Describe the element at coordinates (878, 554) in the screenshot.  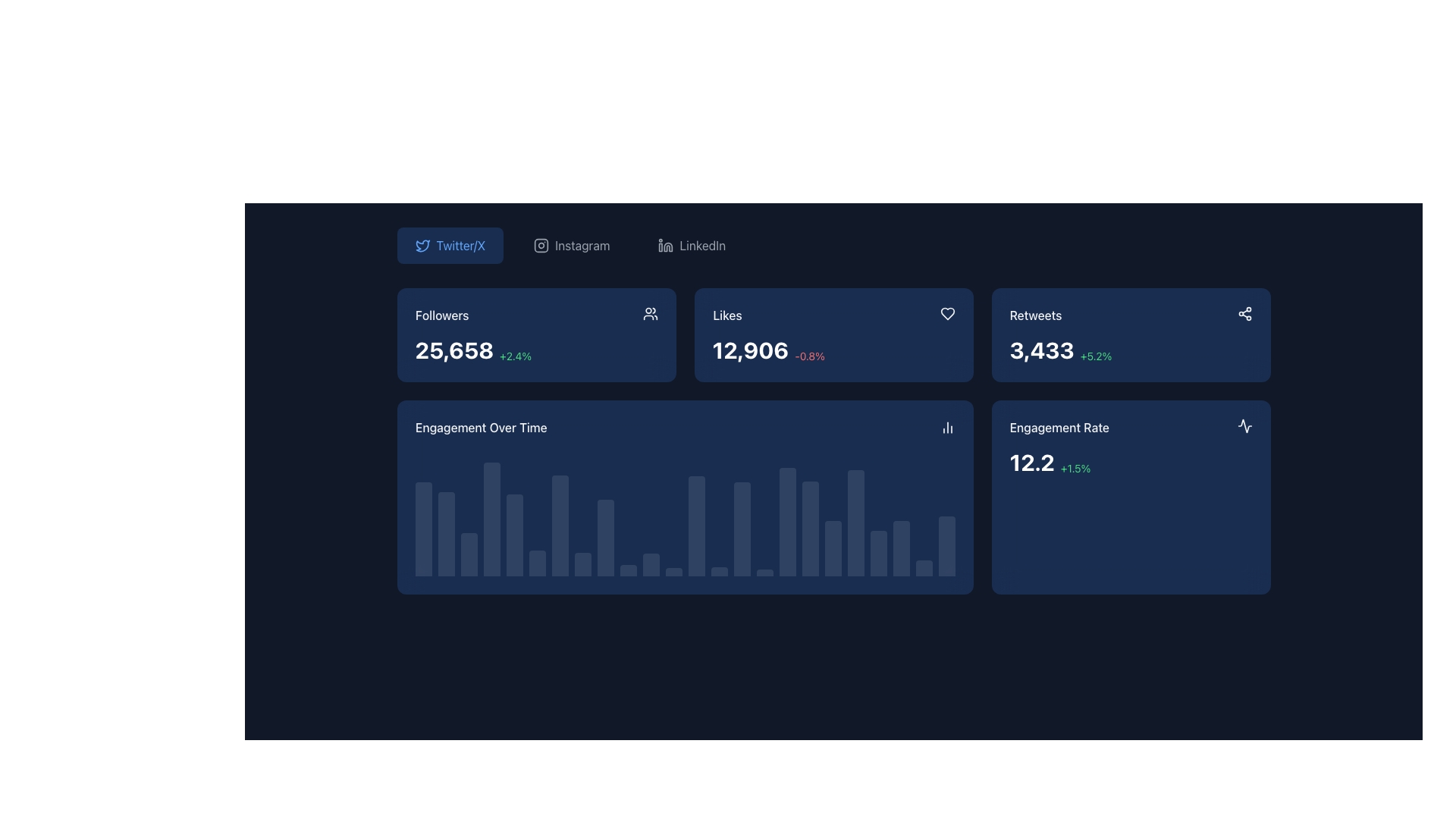
I see `the 21st bar in the histogram located below the 'Engagement Over Time' section` at that location.